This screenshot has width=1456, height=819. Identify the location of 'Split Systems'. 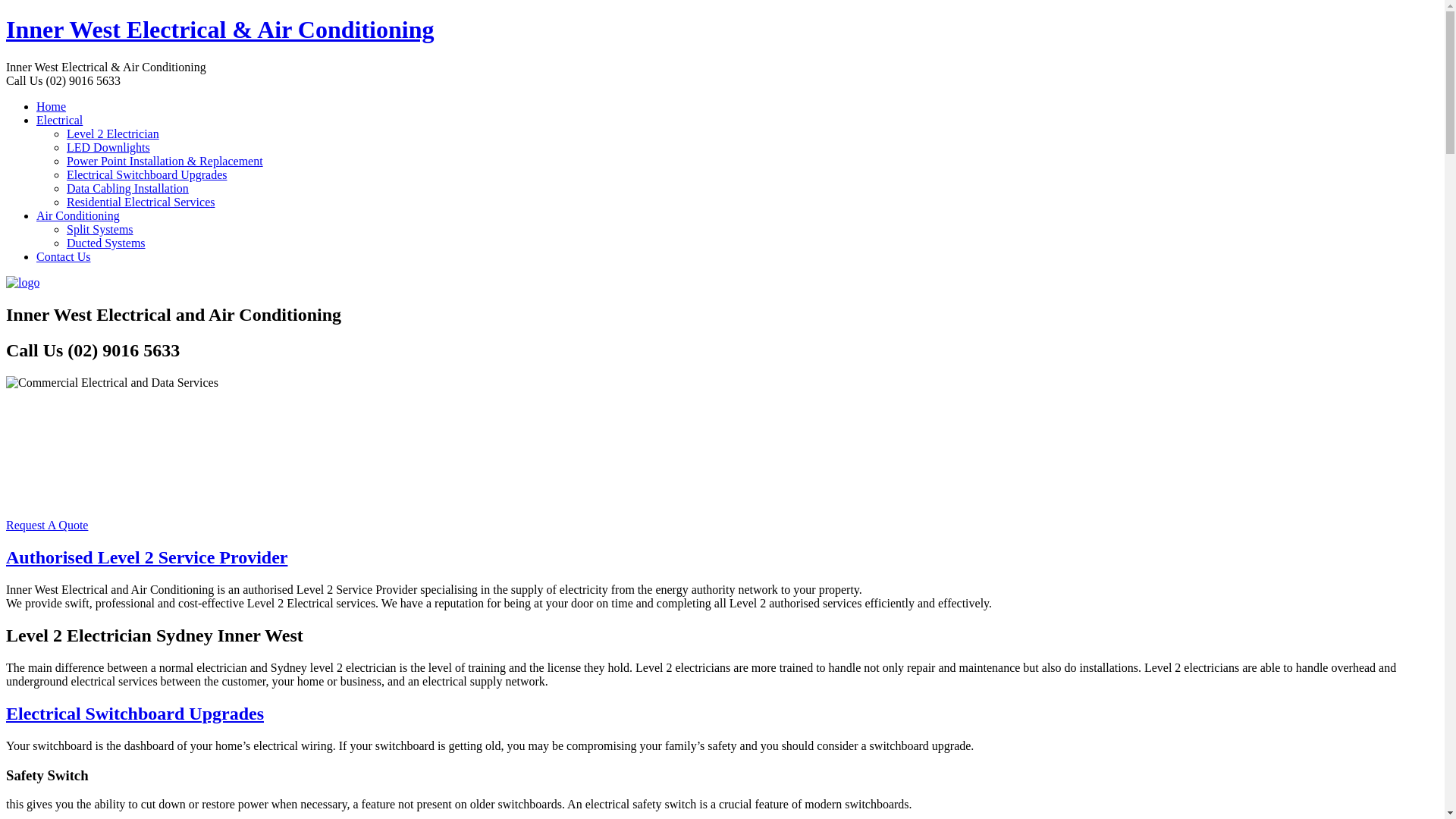
(99, 229).